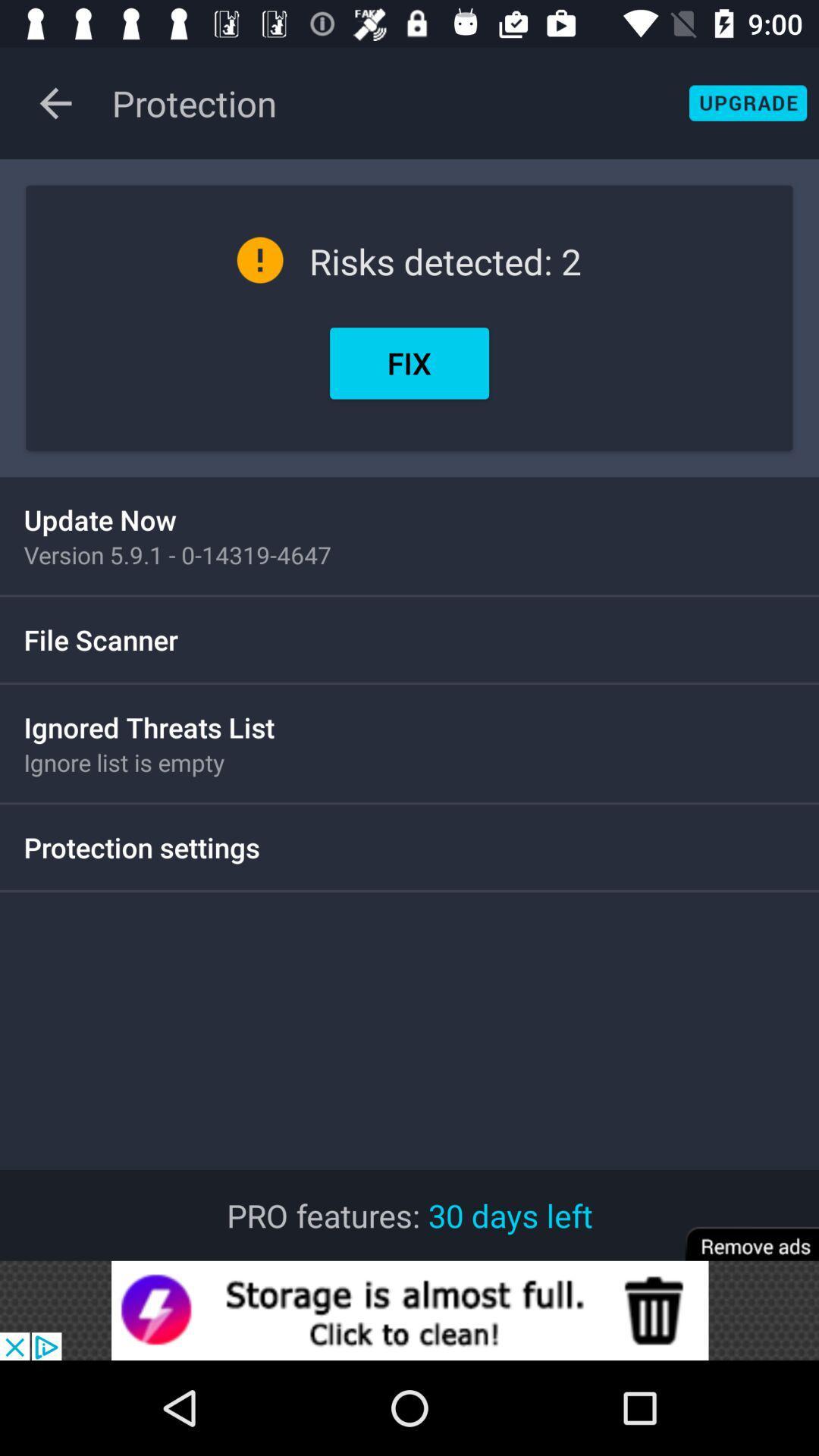  What do you see at coordinates (747, 102) in the screenshot?
I see `upgrade application to premium version` at bounding box center [747, 102].